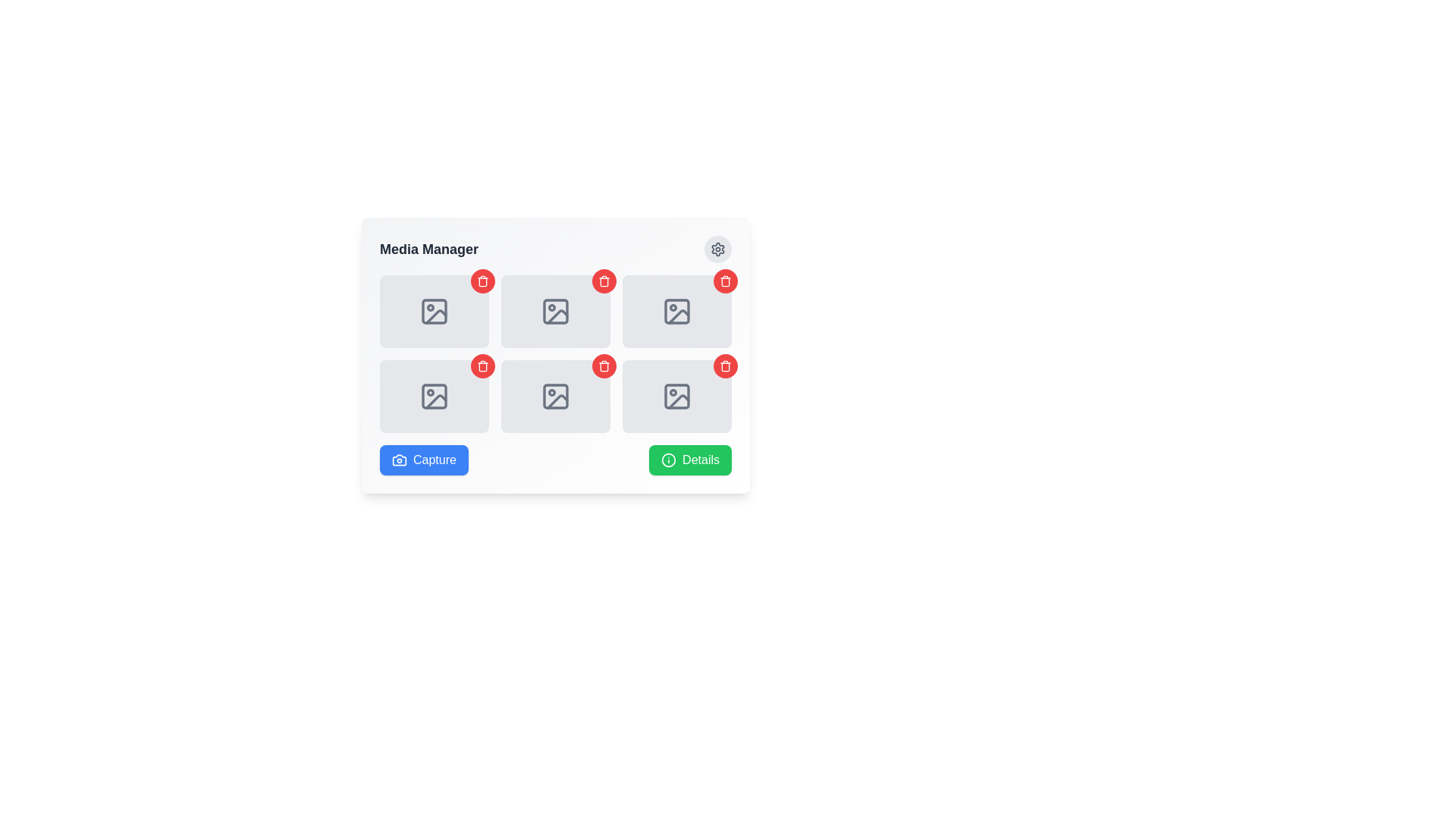  What do you see at coordinates (676, 311) in the screenshot?
I see `the small rounded rectangle decorative component that is centered within the image icon located in the second row and third column of the grid` at bounding box center [676, 311].